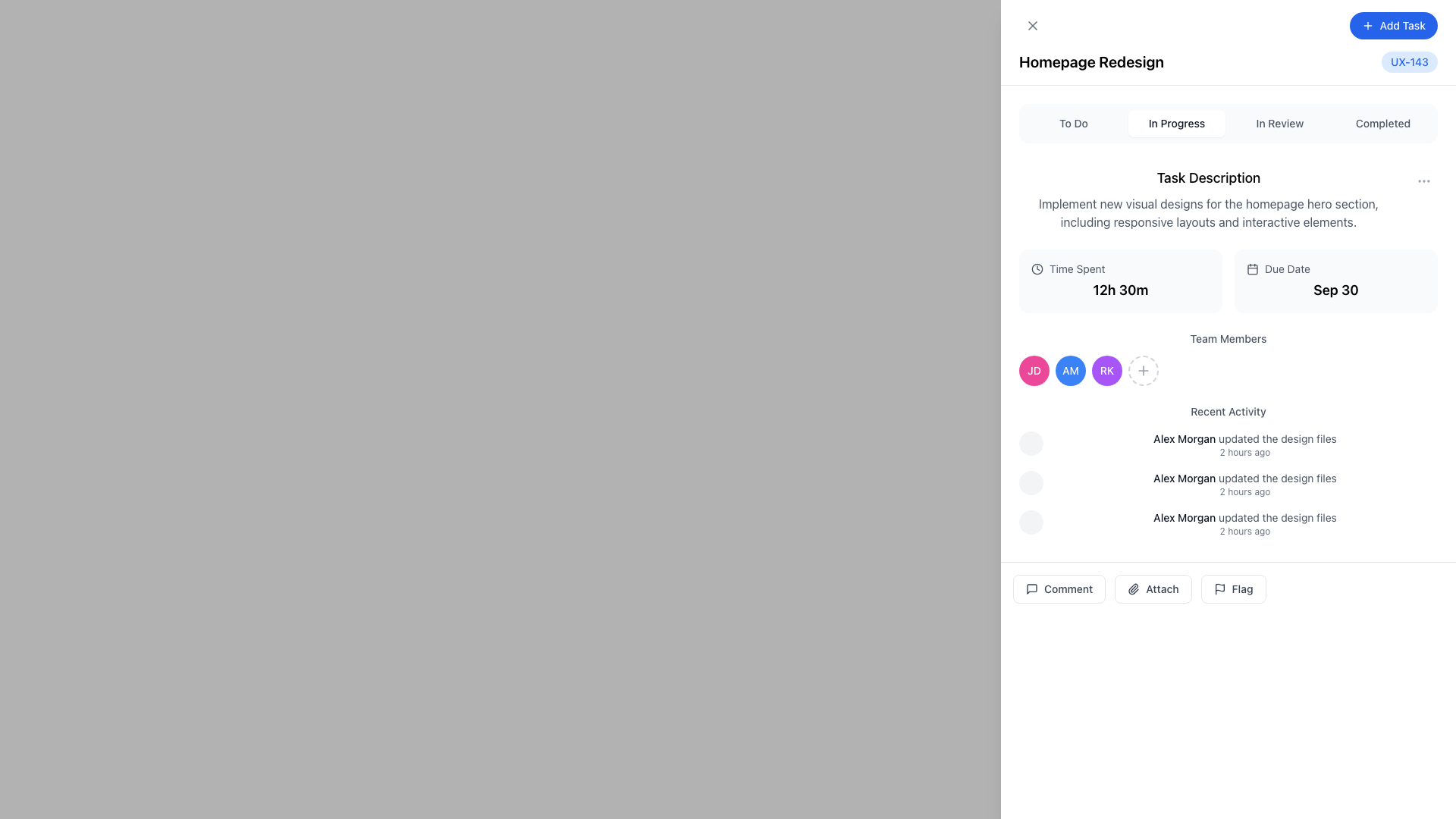 The width and height of the screenshot is (1456, 819). I want to click on the middle List item in the activity feed, so click(1228, 485).